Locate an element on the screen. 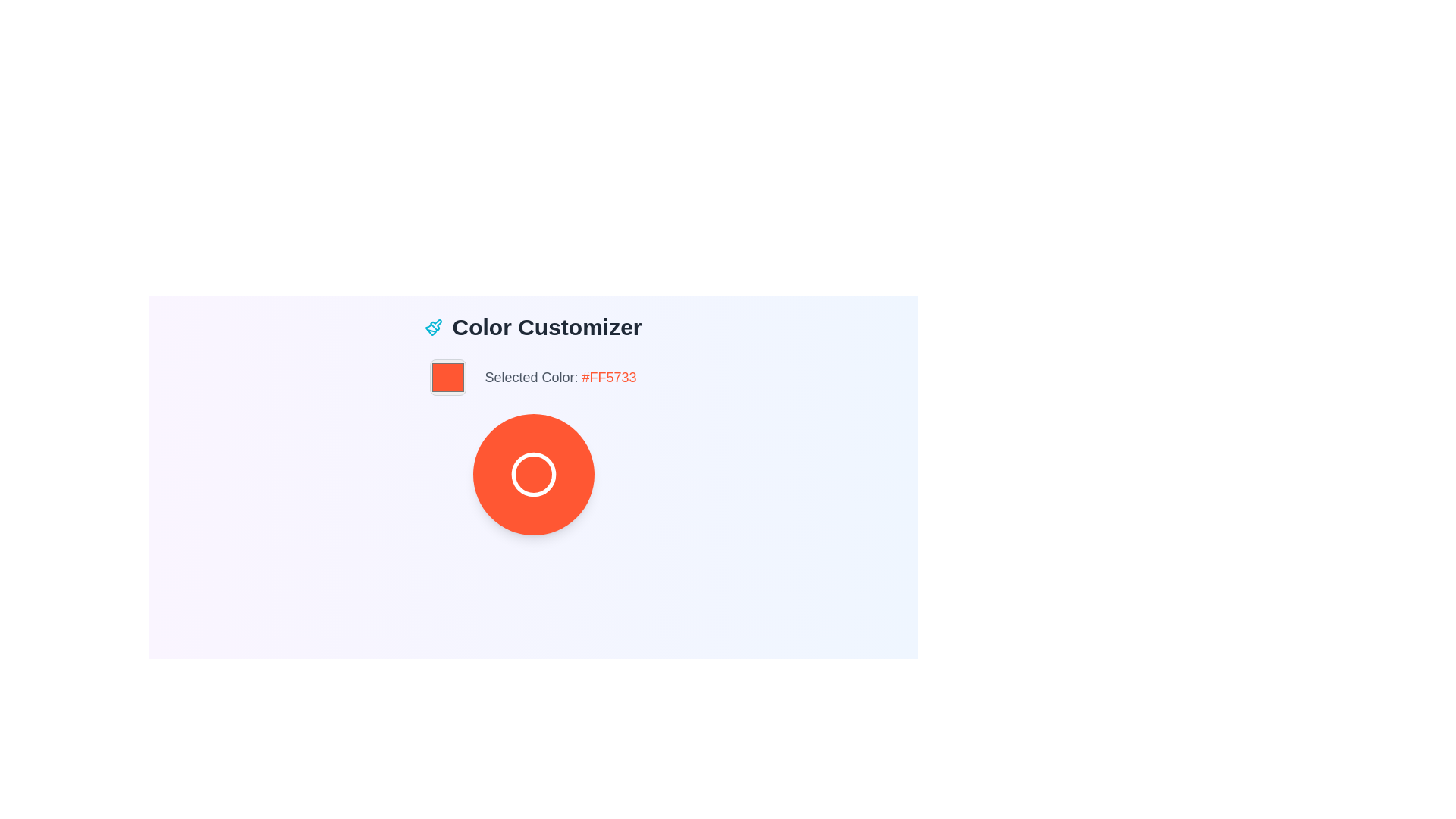 The height and width of the screenshot is (819, 1456). the decorative circular component within the 'Color Customizer' section of the UI is located at coordinates (533, 473).